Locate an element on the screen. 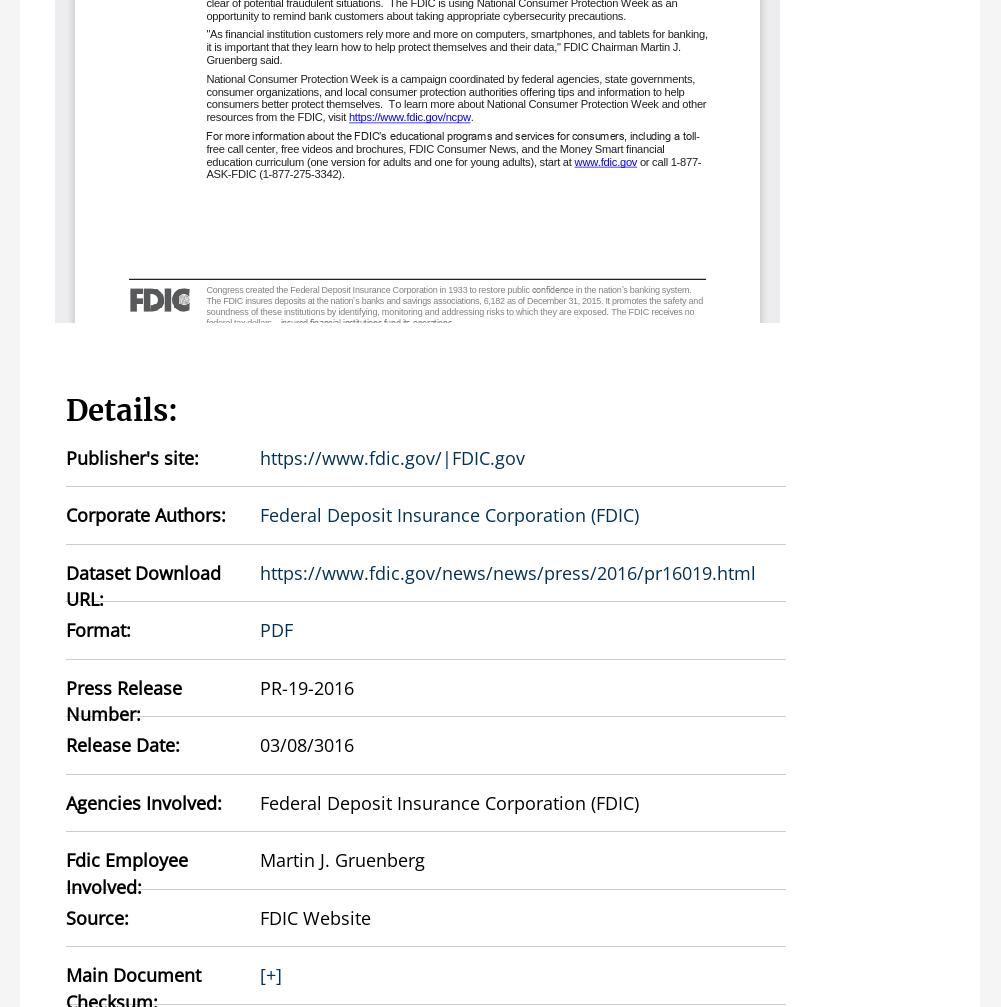 The width and height of the screenshot is (1001, 1007). 'https://www.fdic.gov/|FDIC.gov' is located at coordinates (391, 457).